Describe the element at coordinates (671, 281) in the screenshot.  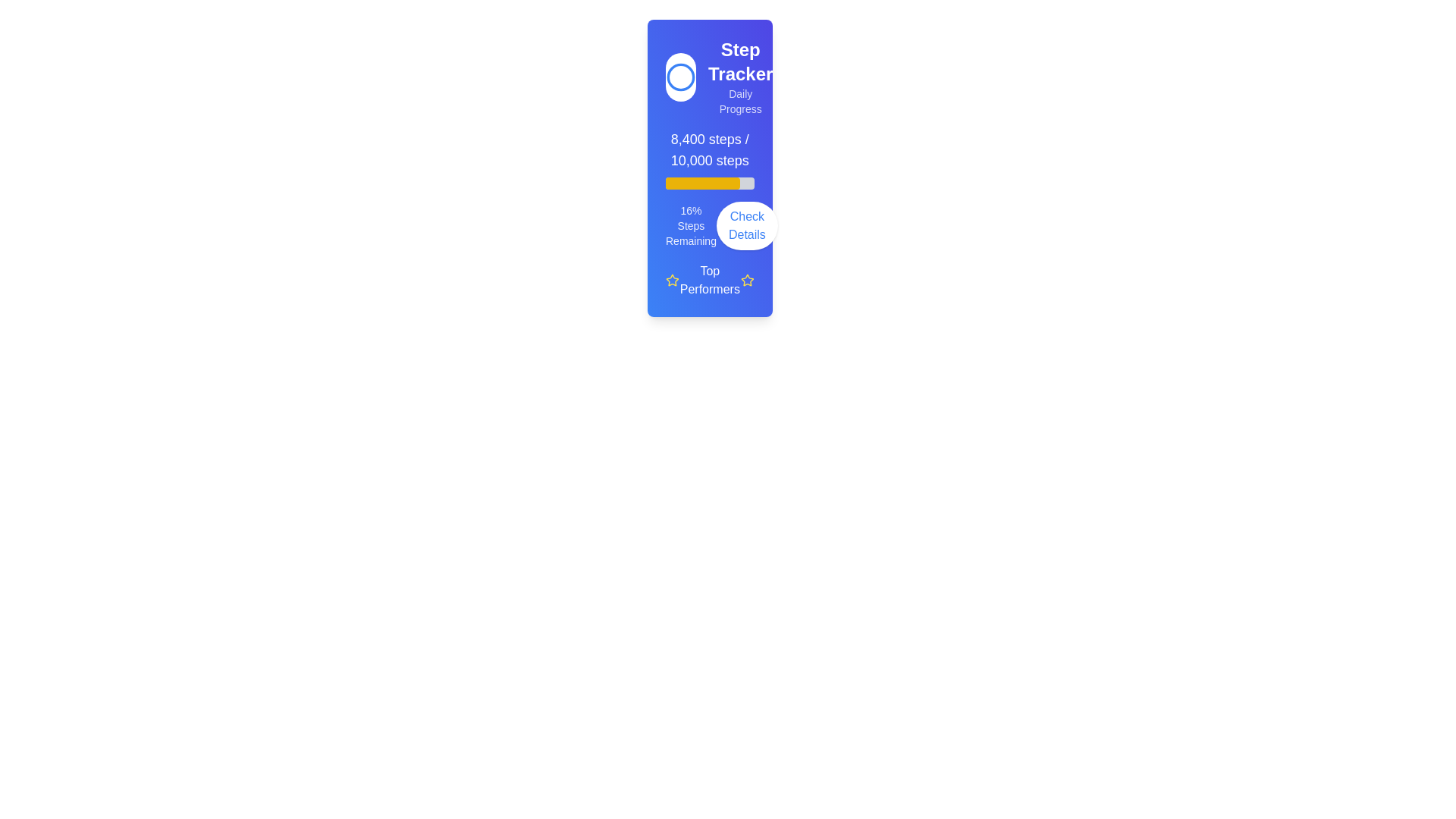
I see `the leftmost star icon in the 'Top Performers' section, which serves as a visual indicator for ratings` at that location.